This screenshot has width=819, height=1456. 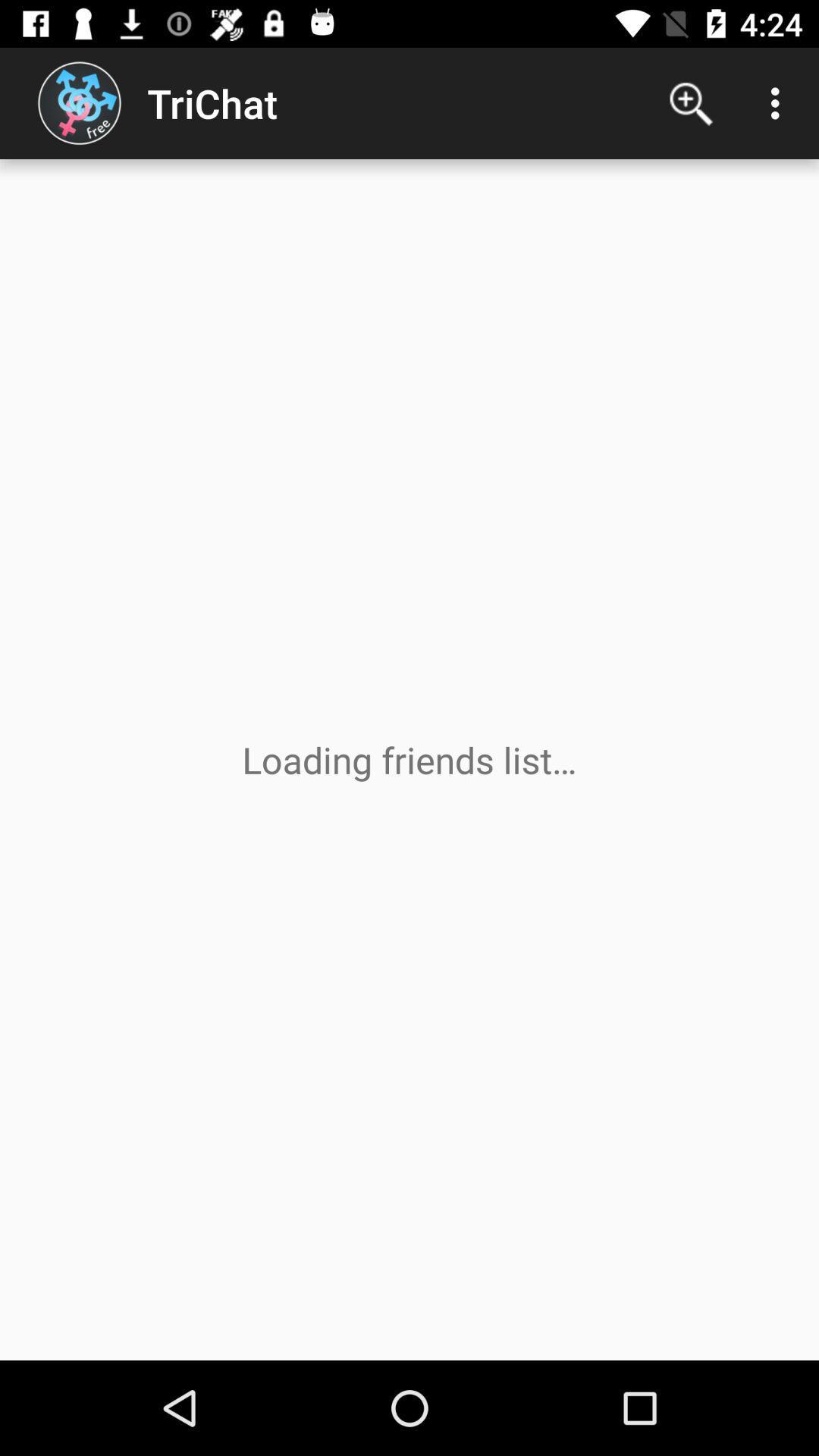 What do you see at coordinates (691, 102) in the screenshot?
I see `app to the right of trichat item` at bounding box center [691, 102].